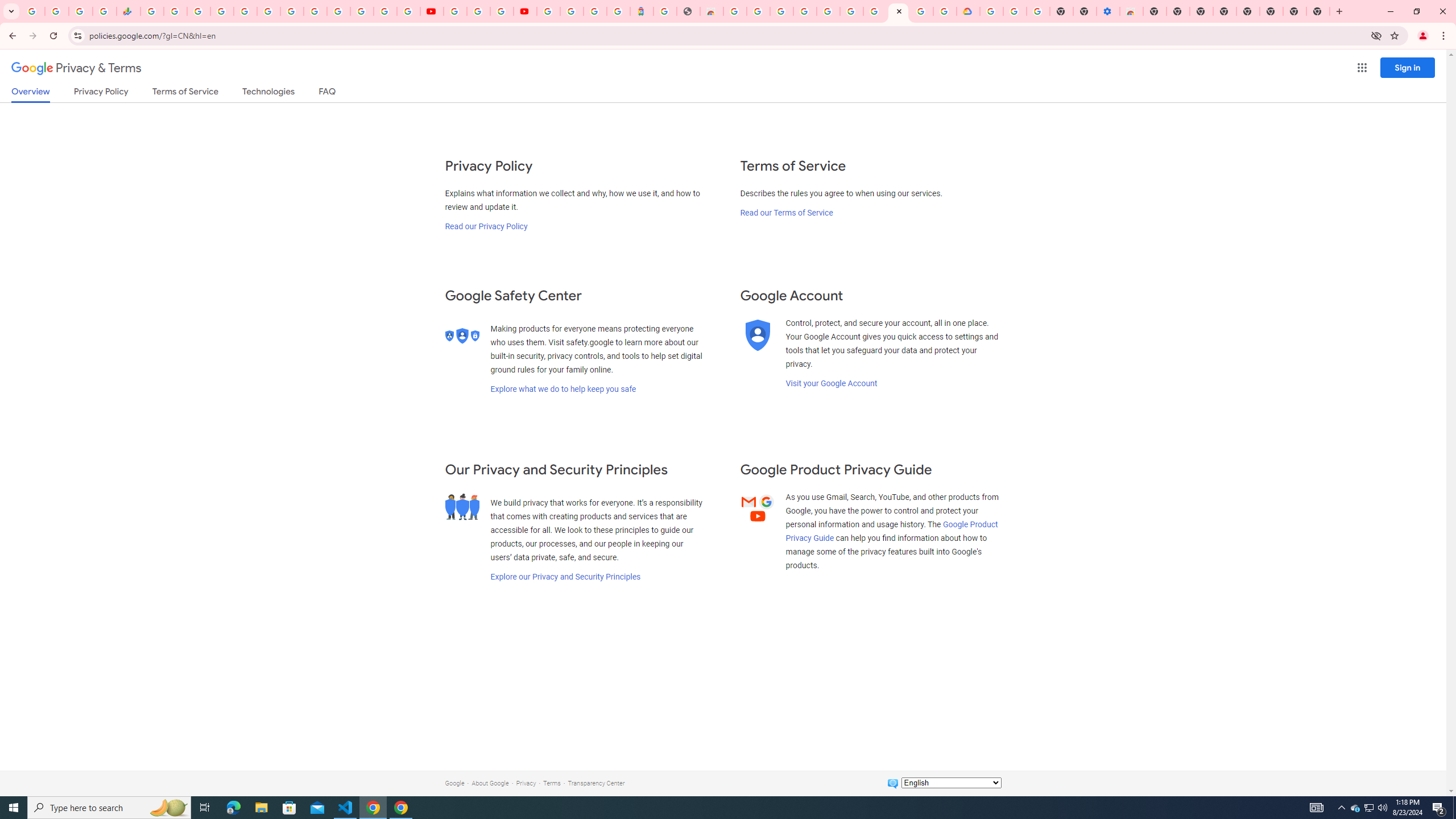 The width and height of the screenshot is (1456, 819). Describe the element at coordinates (490, 783) in the screenshot. I see `'About Google'` at that location.